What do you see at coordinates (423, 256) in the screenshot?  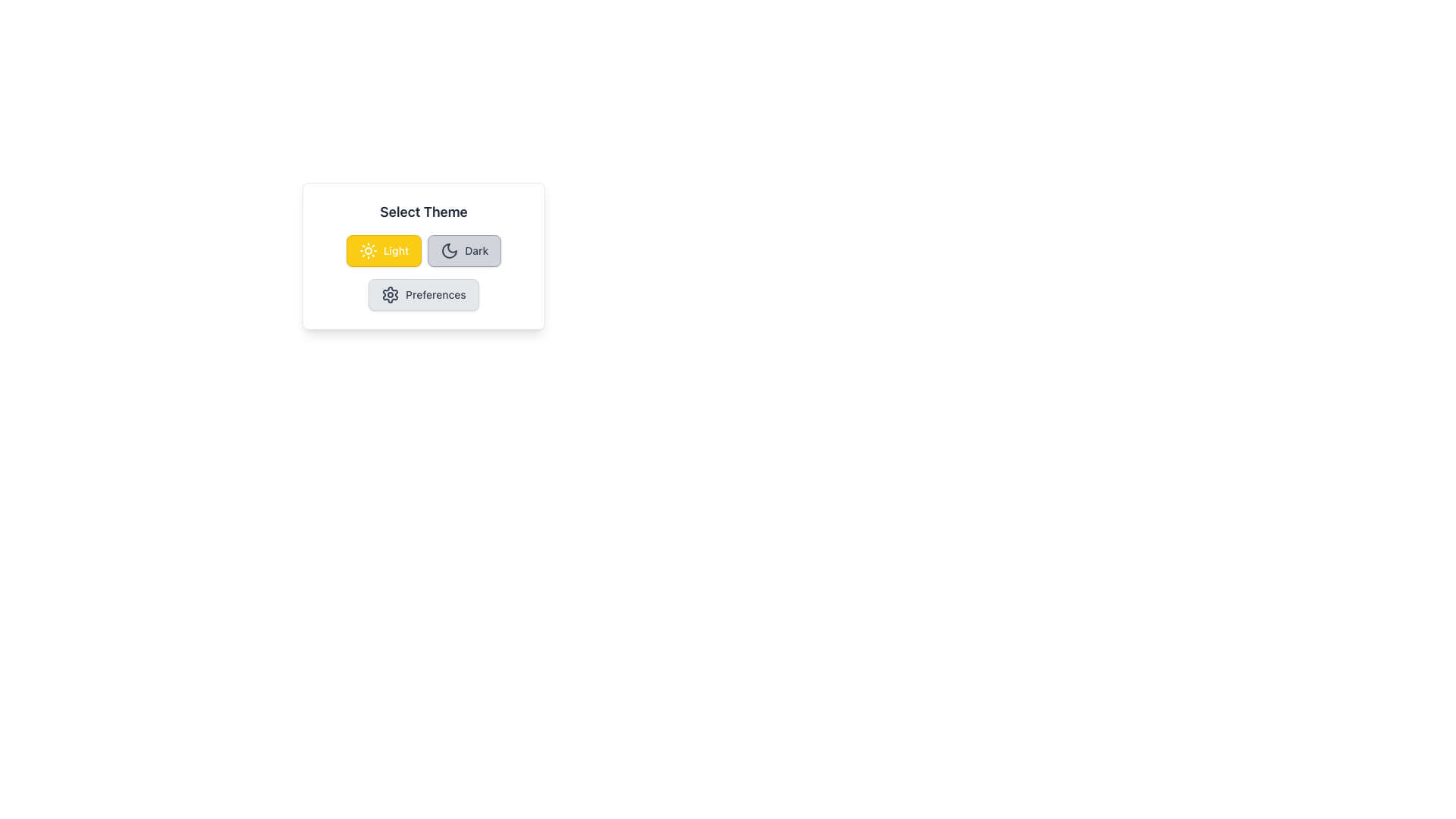 I see `the rectangular button with a yellow background labeled 'Light'` at bounding box center [423, 256].